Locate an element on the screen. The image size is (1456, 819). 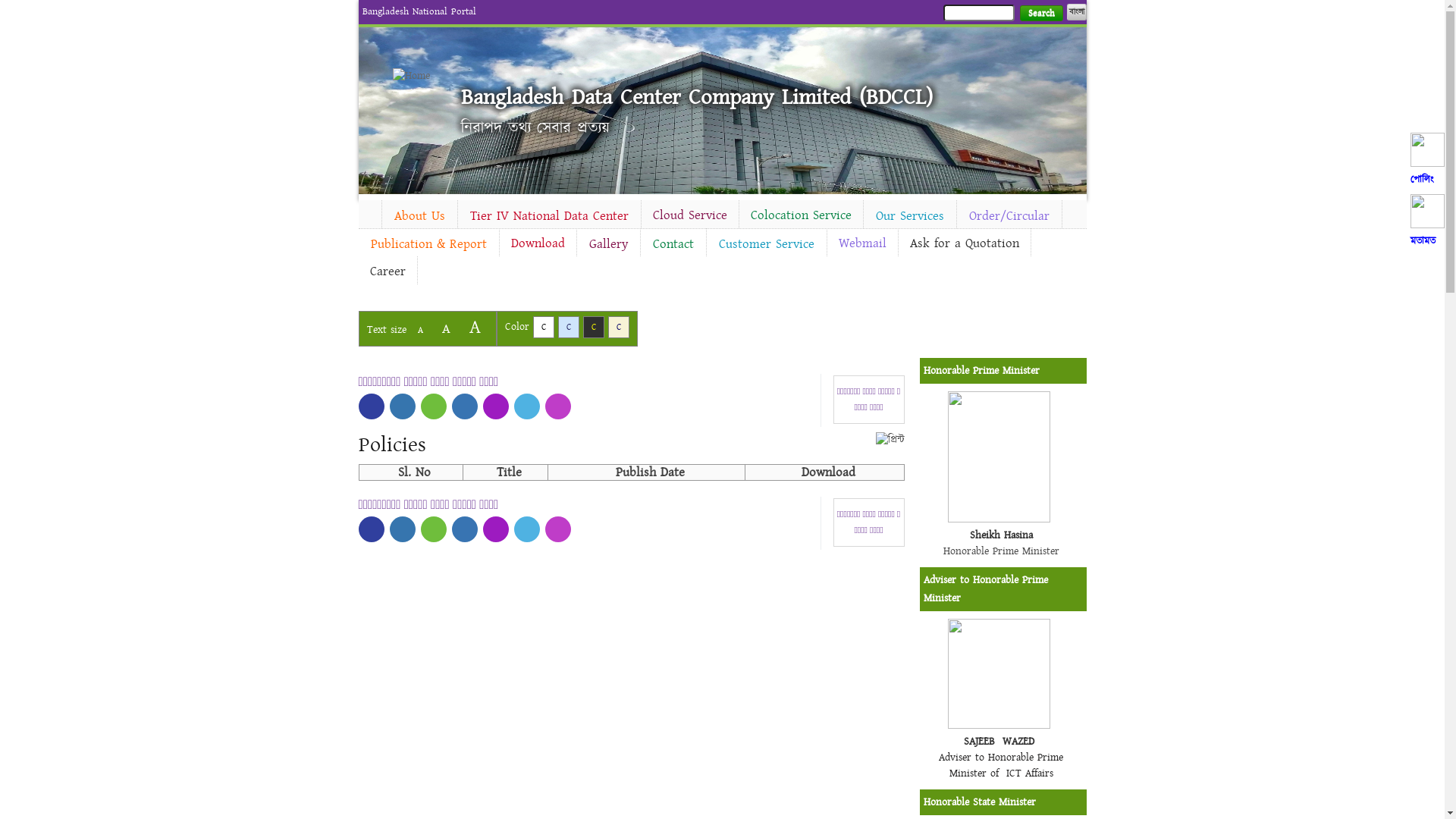
'Publication & Report' is located at coordinates (356, 243).